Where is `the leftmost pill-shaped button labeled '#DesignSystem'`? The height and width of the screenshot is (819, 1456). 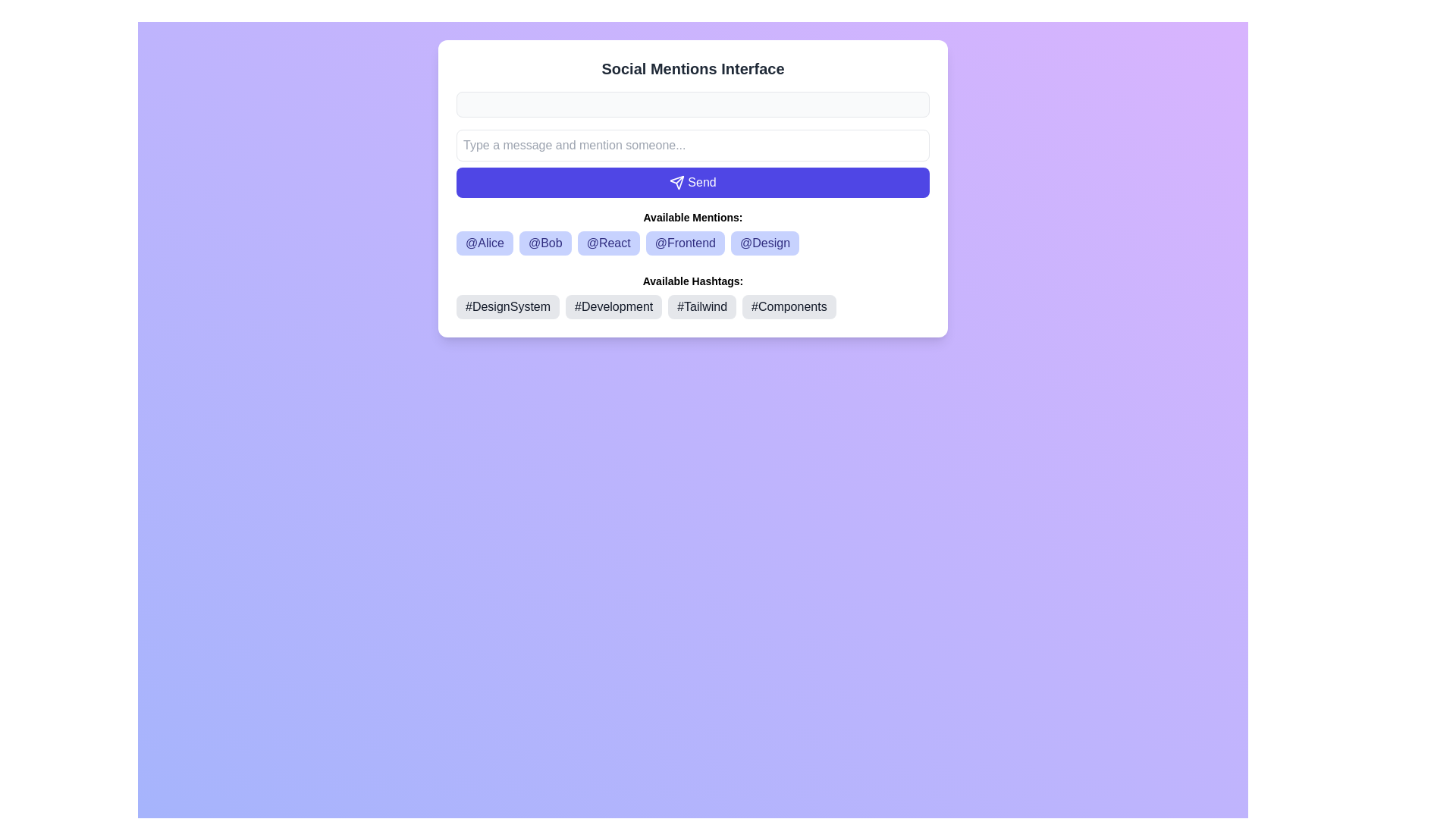
the leftmost pill-shaped button labeled '#DesignSystem' is located at coordinates (508, 307).